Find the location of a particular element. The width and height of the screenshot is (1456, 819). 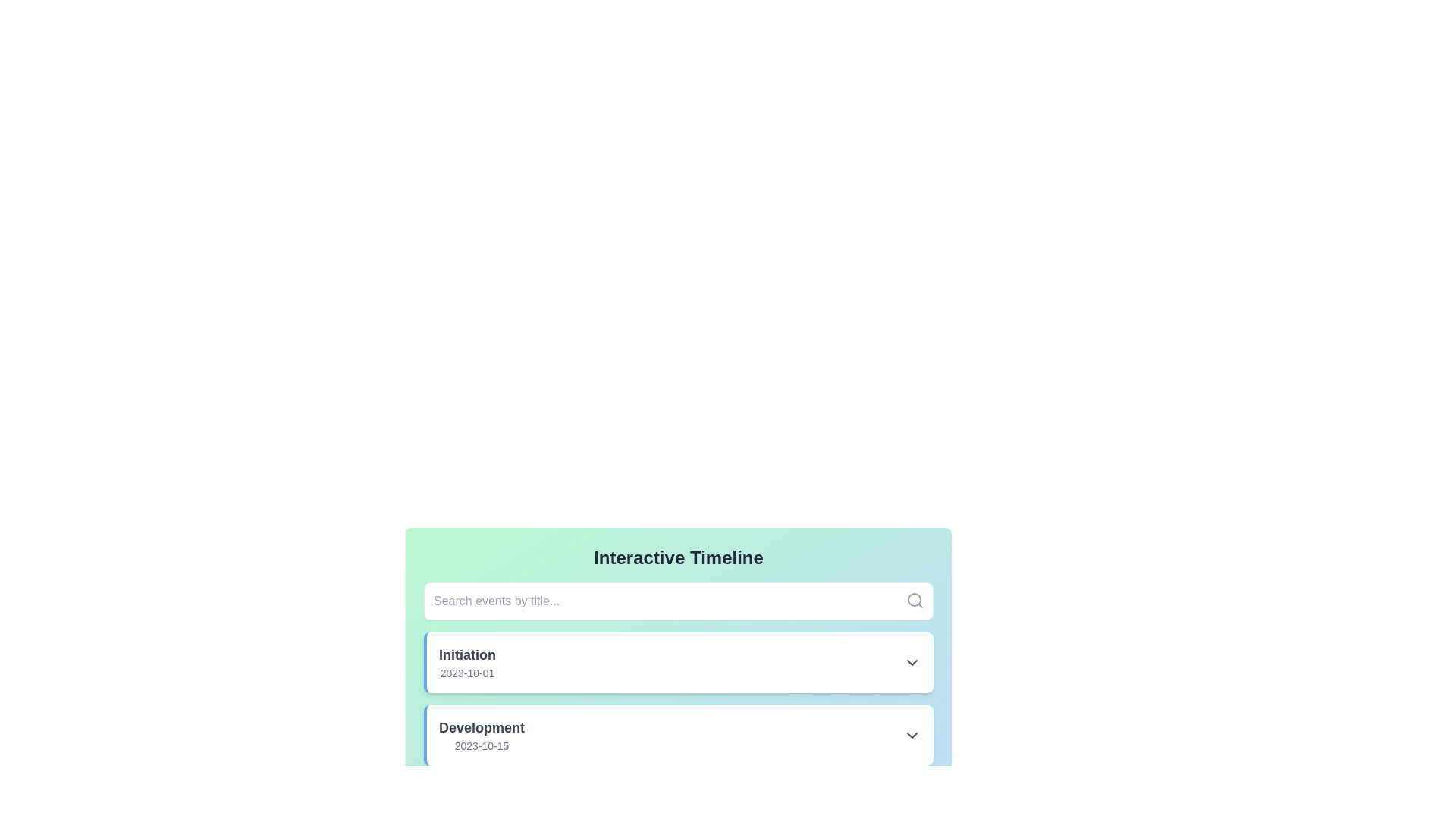

the static text display titled 'Development' with the date '2023-10-15' located in the second card under the 'Interactive Timeline' header is located at coordinates (481, 734).